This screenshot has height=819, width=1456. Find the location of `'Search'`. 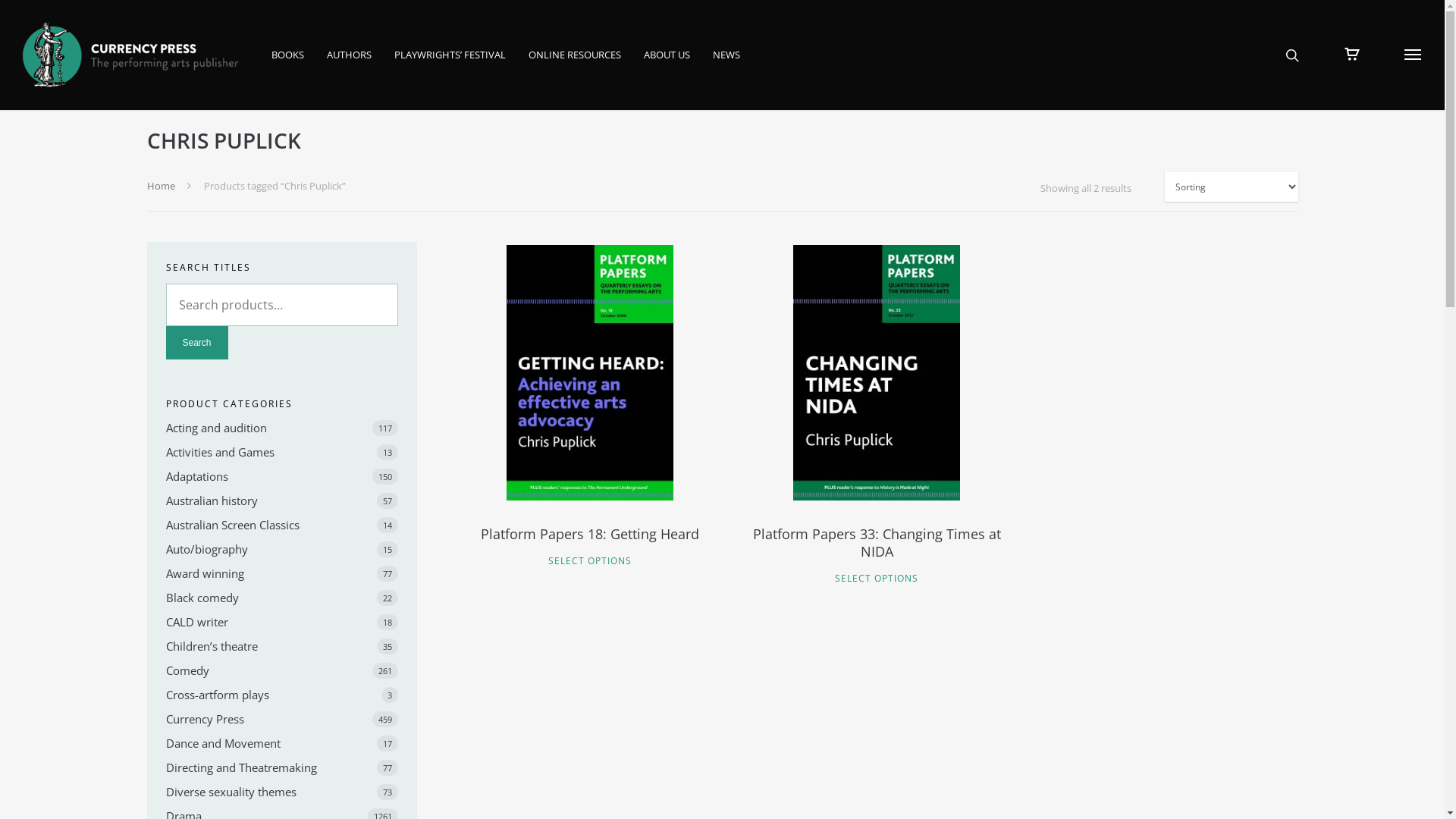

'Search' is located at coordinates (196, 342).